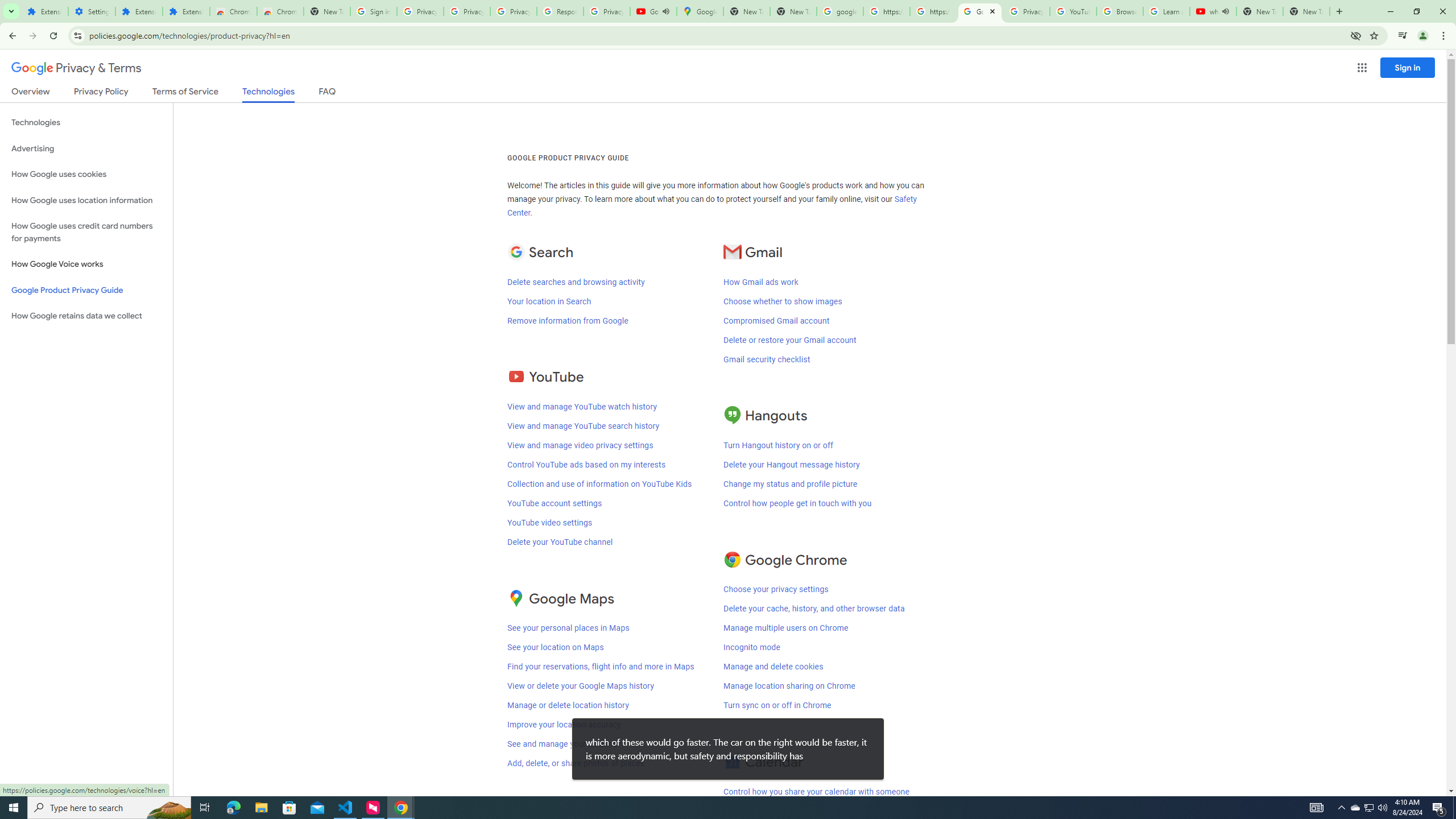  Describe the element at coordinates (760, 282) in the screenshot. I see `'How Gmail ads work'` at that location.